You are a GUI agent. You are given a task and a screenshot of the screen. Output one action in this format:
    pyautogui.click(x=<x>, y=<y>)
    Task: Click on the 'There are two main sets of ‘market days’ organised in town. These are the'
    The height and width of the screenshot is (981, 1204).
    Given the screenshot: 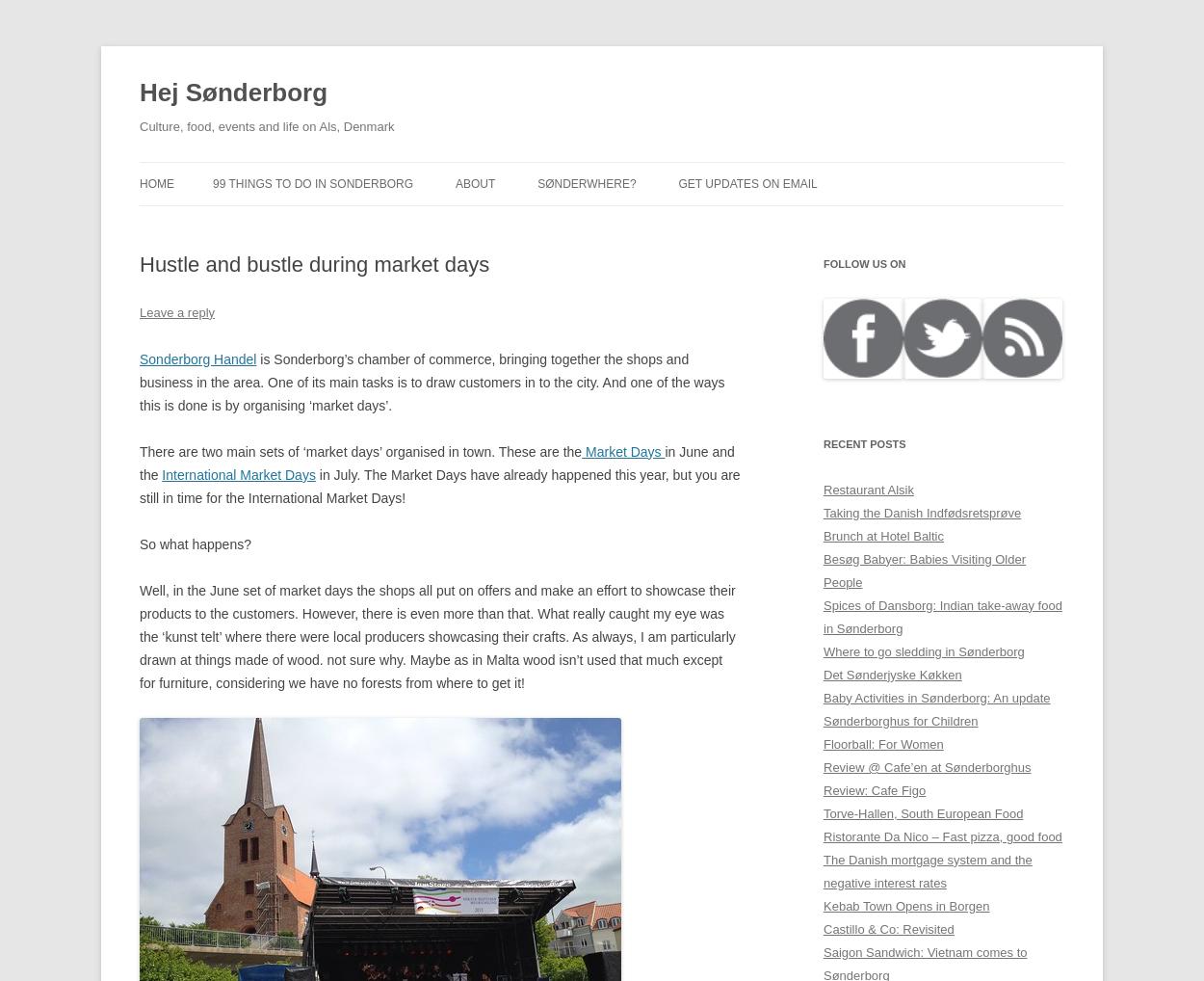 What is the action you would take?
    pyautogui.click(x=359, y=450)
    